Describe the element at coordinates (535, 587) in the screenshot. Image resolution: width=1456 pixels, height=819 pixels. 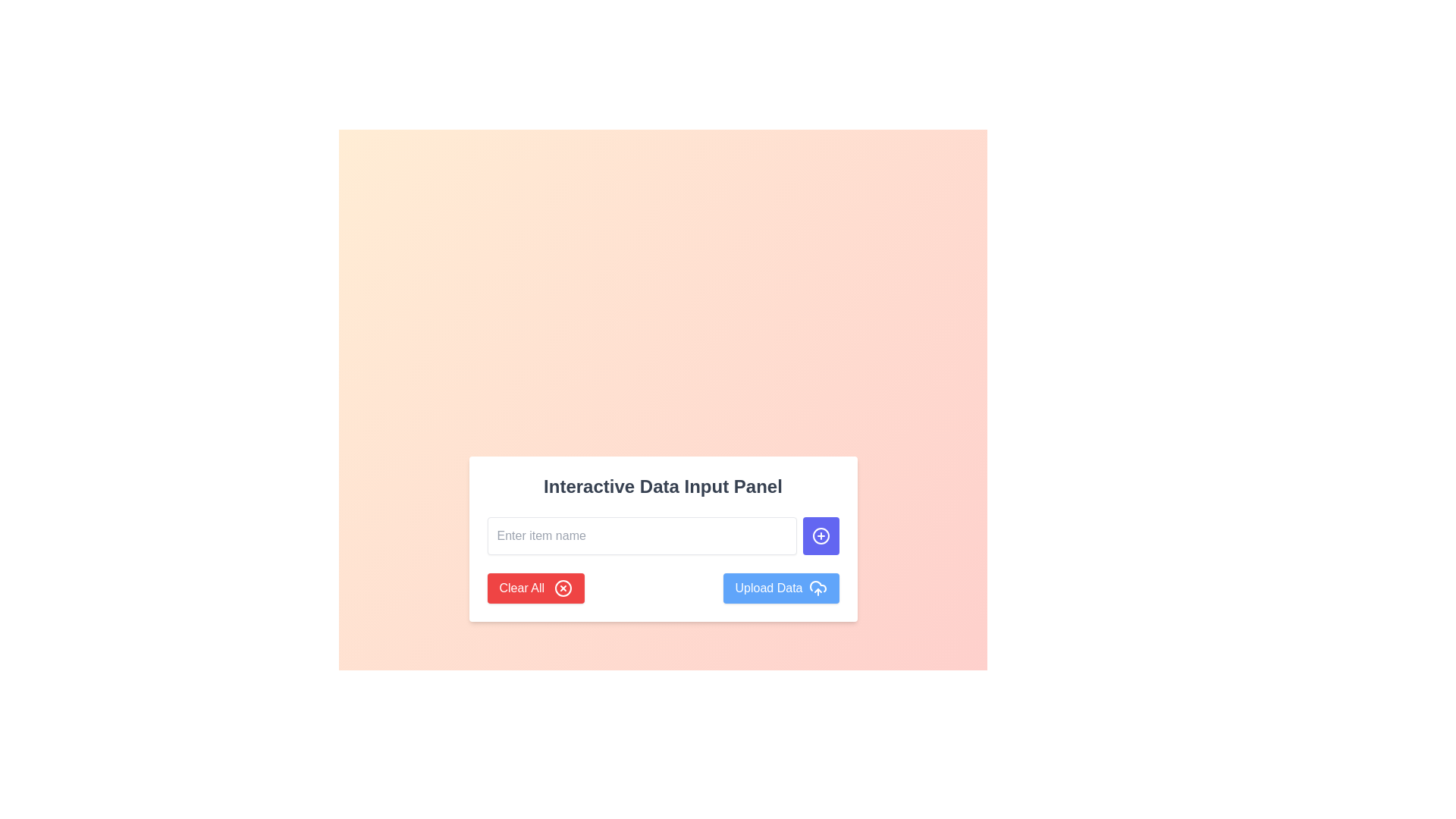
I see `the 'Clear All Upload Data' button located on the left side of the interface, below the 'Enter item name' text input field and to the left of the 'Upload Data' button` at that location.